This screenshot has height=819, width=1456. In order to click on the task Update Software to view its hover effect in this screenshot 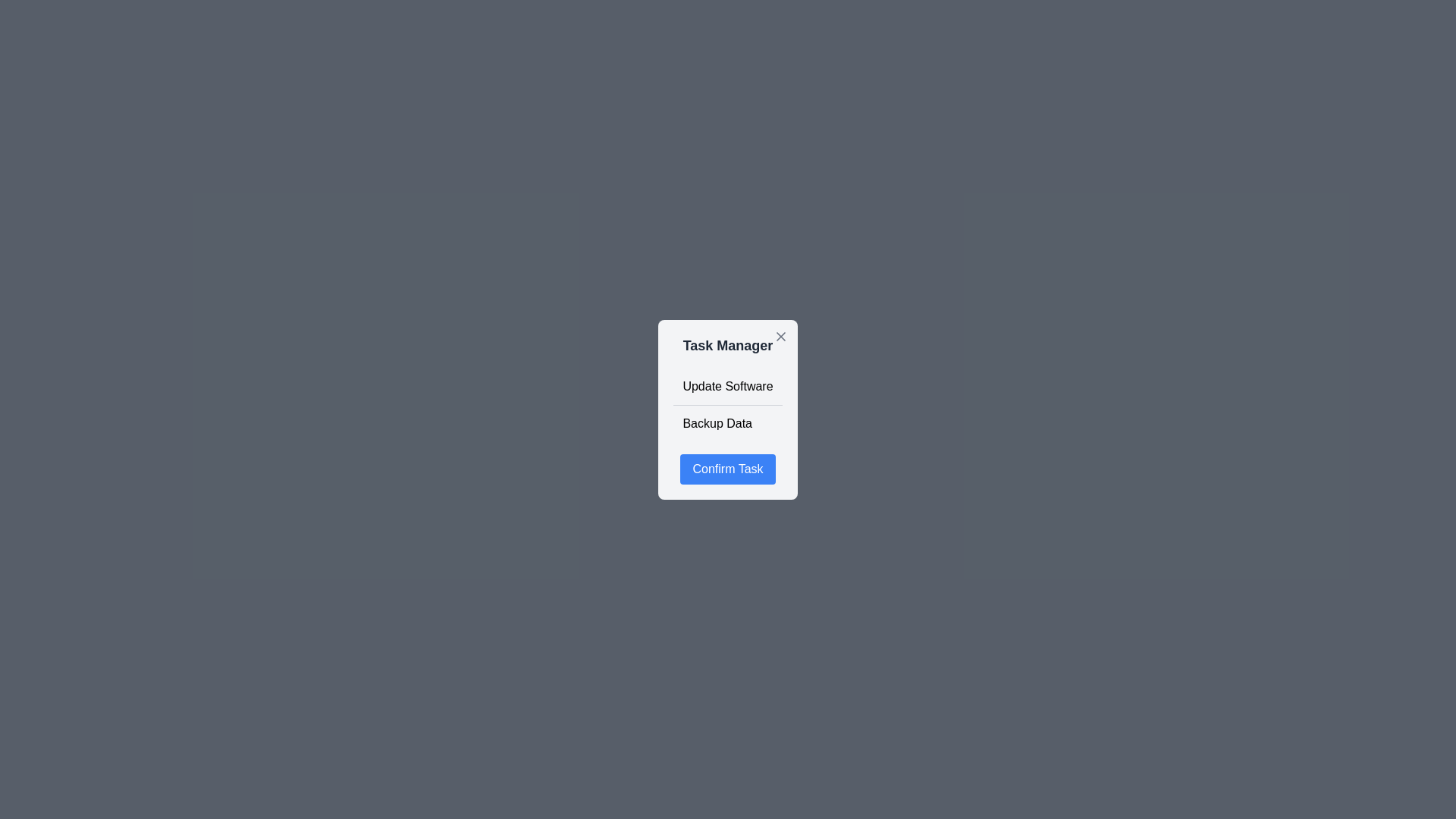, I will do `click(728, 385)`.